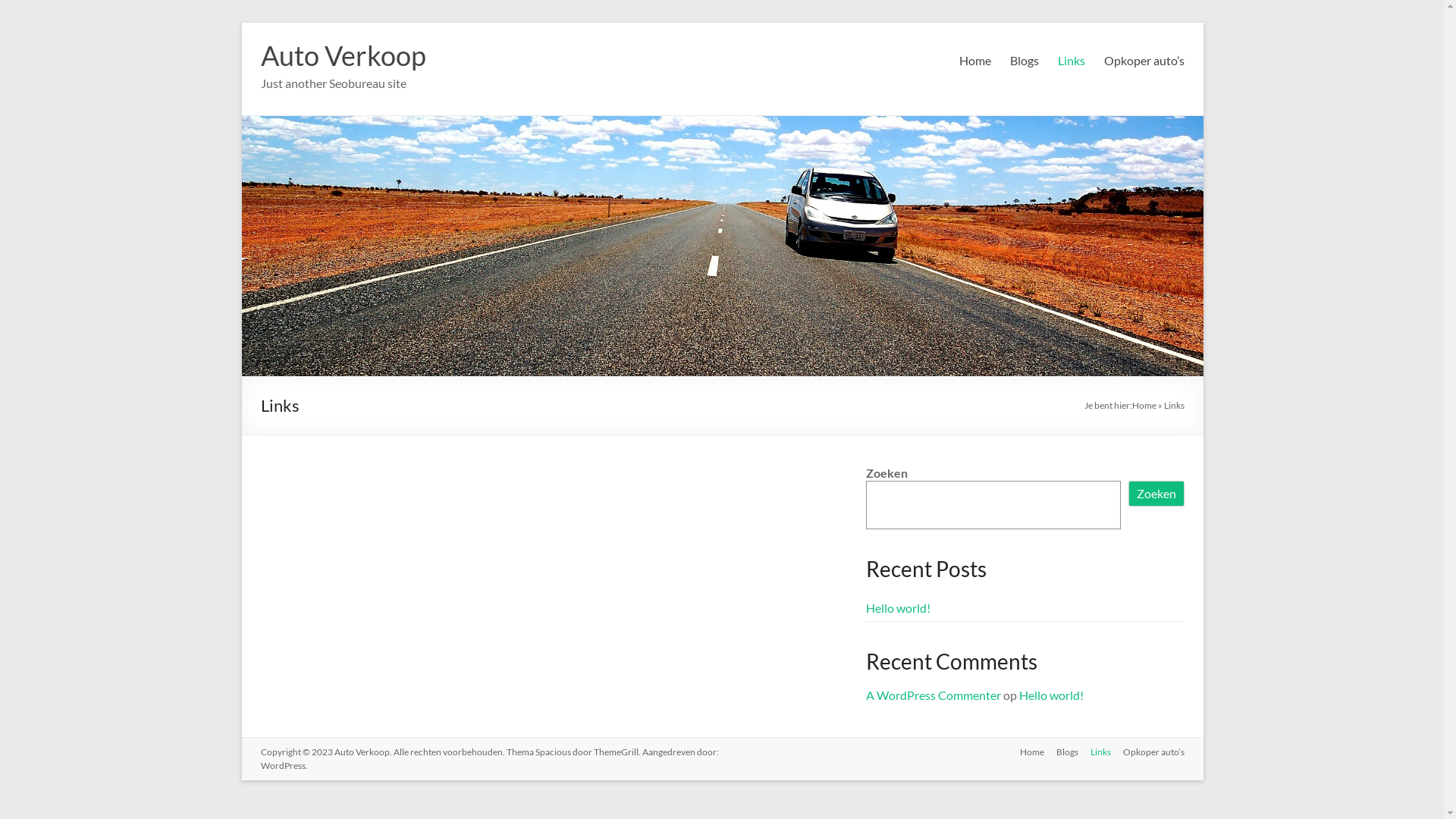 The image size is (1456, 819). I want to click on 'Hello world!', so click(1050, 695).